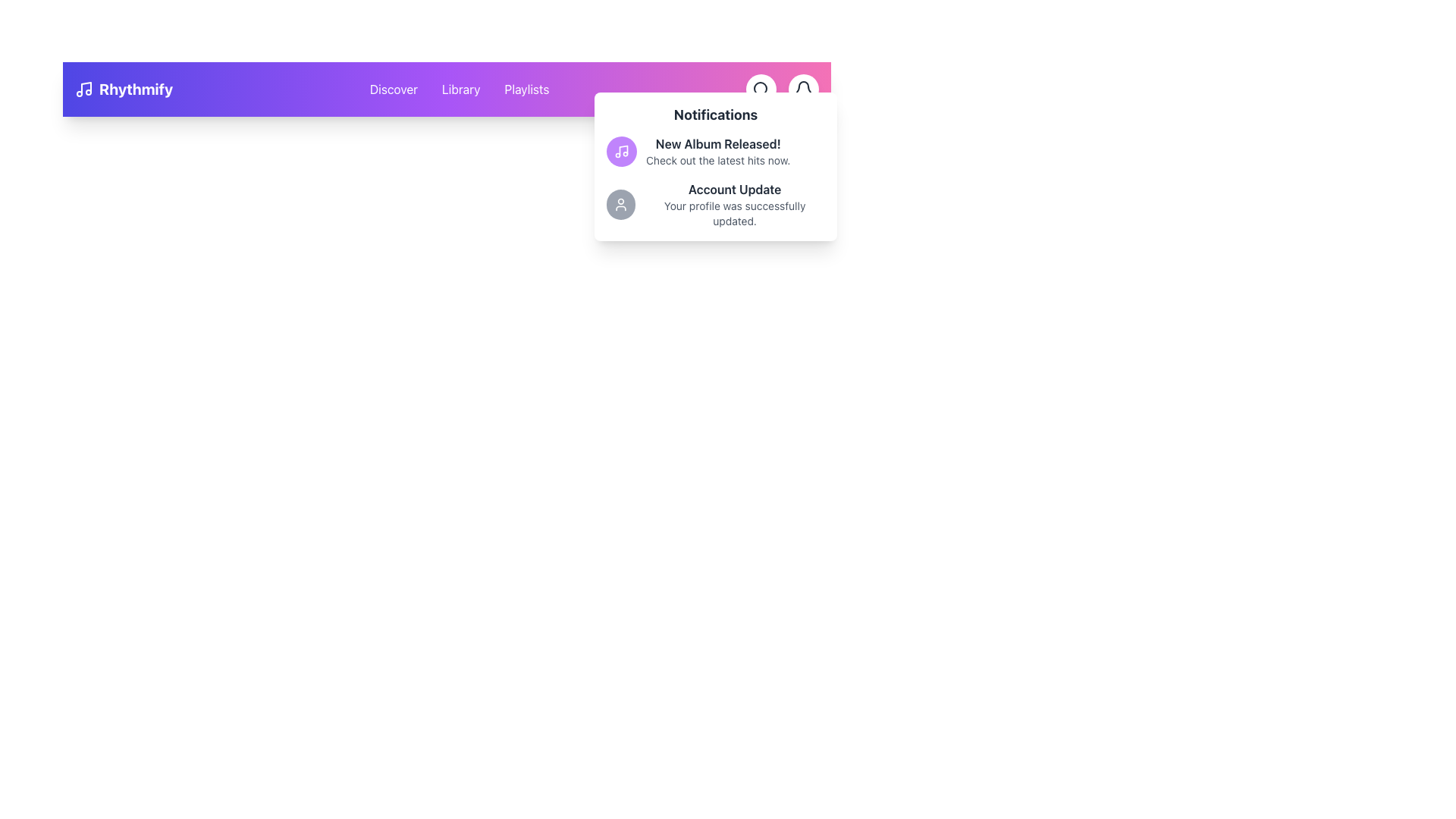 This screenshot has height=819, width=1456. Describe the element at coordinates (622, 152) in the screenshot. I see `the music icon with a purple circular background and white music note located in the top-right corner of the notification dropdown, next to the 'New Album Released!' label` at that location.